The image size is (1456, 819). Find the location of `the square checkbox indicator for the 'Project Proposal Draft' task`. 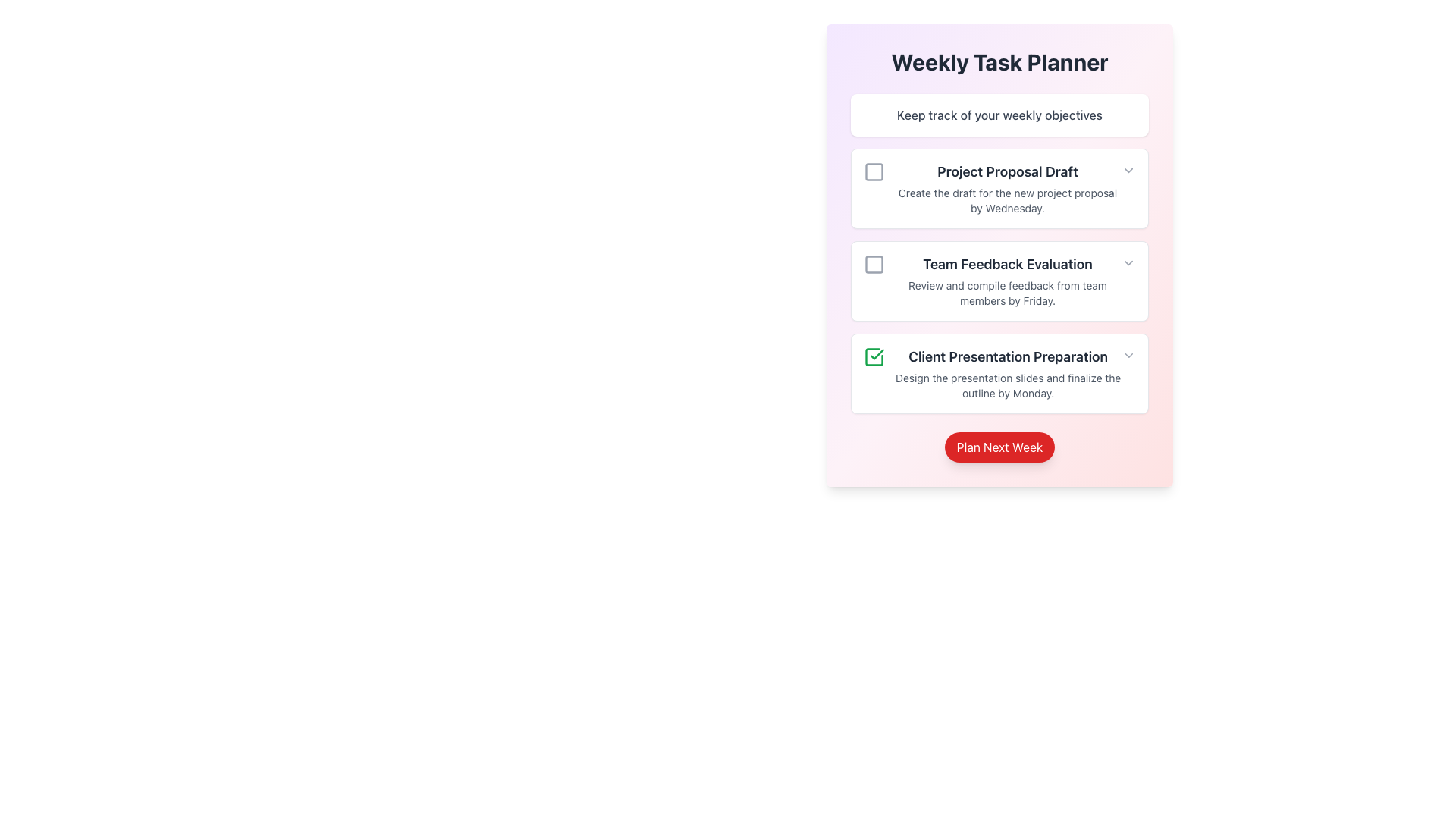

the square checkbox indicator for the 'Project Proposal Draft' task is located at coordinates (874, 171).